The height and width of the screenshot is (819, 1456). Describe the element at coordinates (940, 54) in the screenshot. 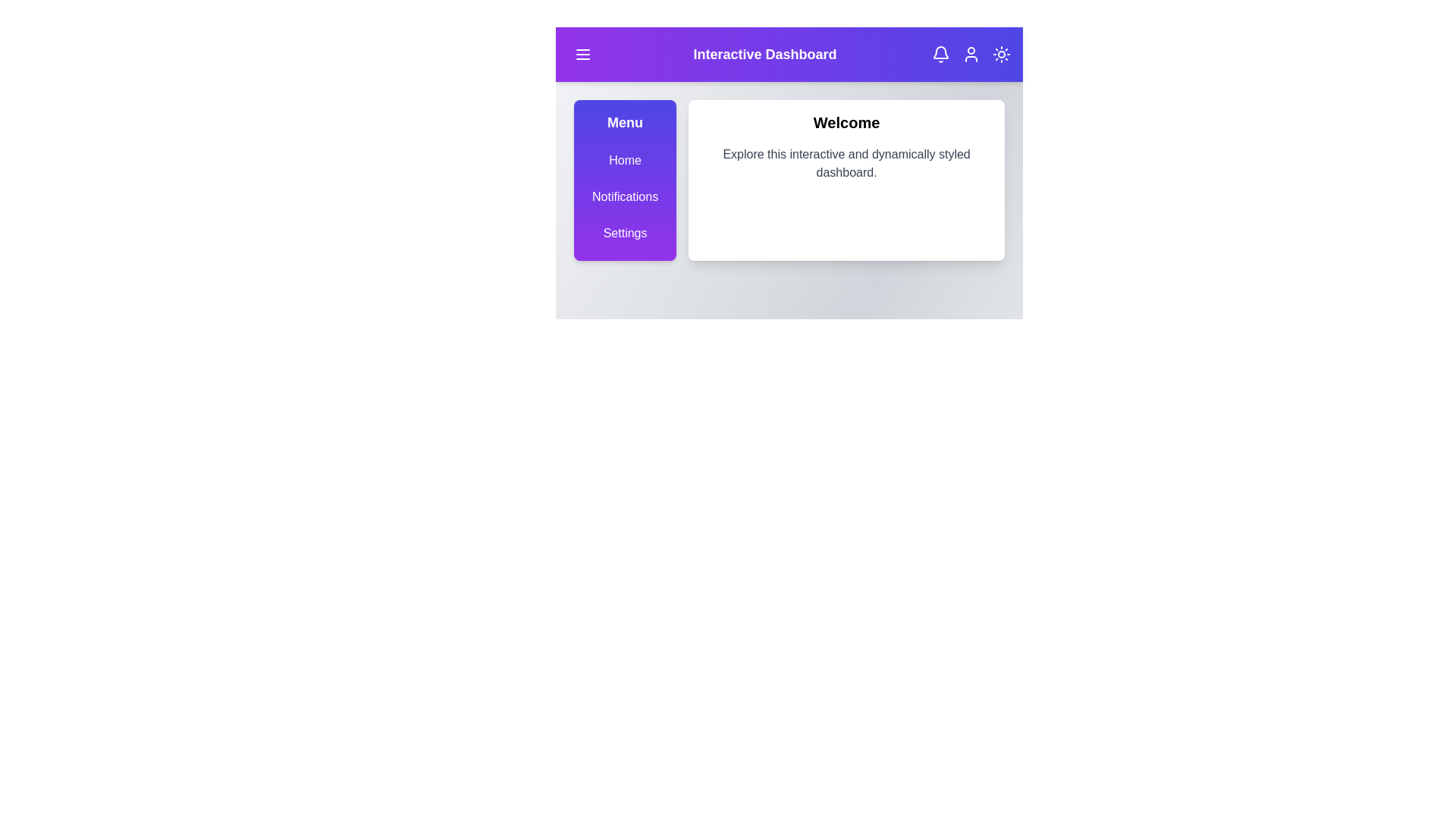

I see `the notification icon to view notifications` at that location.